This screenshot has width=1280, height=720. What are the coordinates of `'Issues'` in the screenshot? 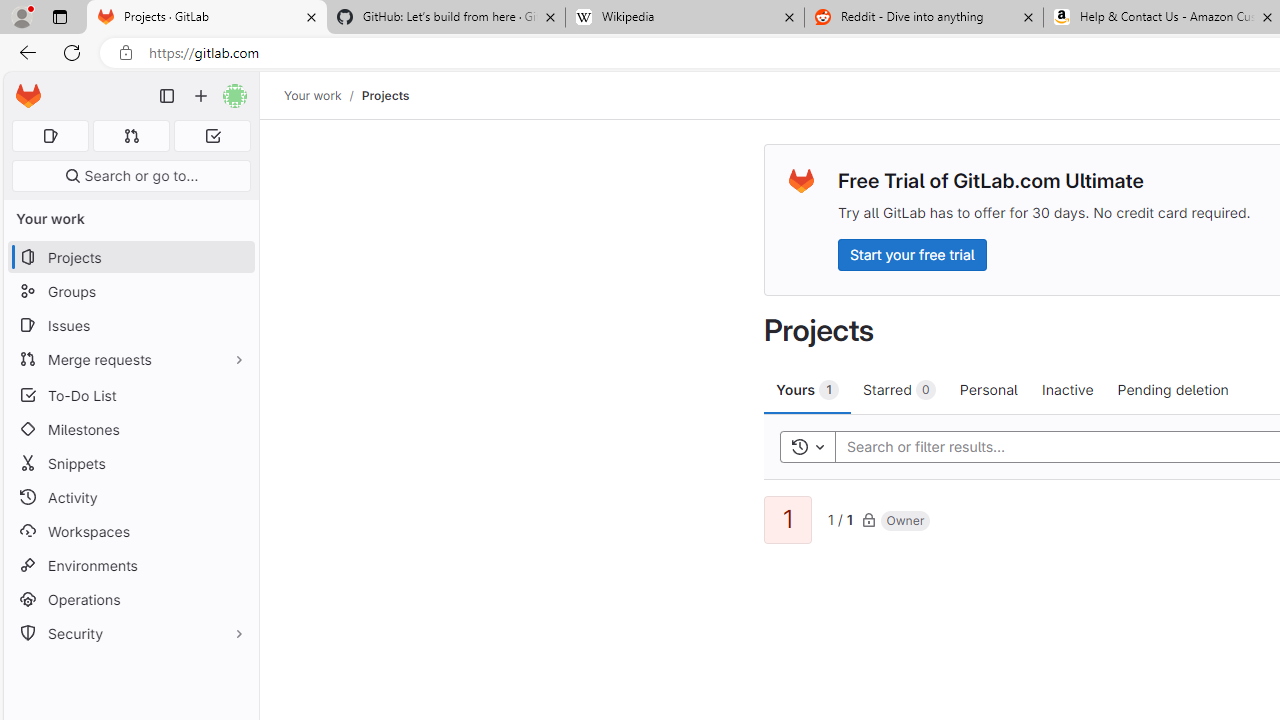 It's located at (130, 324).